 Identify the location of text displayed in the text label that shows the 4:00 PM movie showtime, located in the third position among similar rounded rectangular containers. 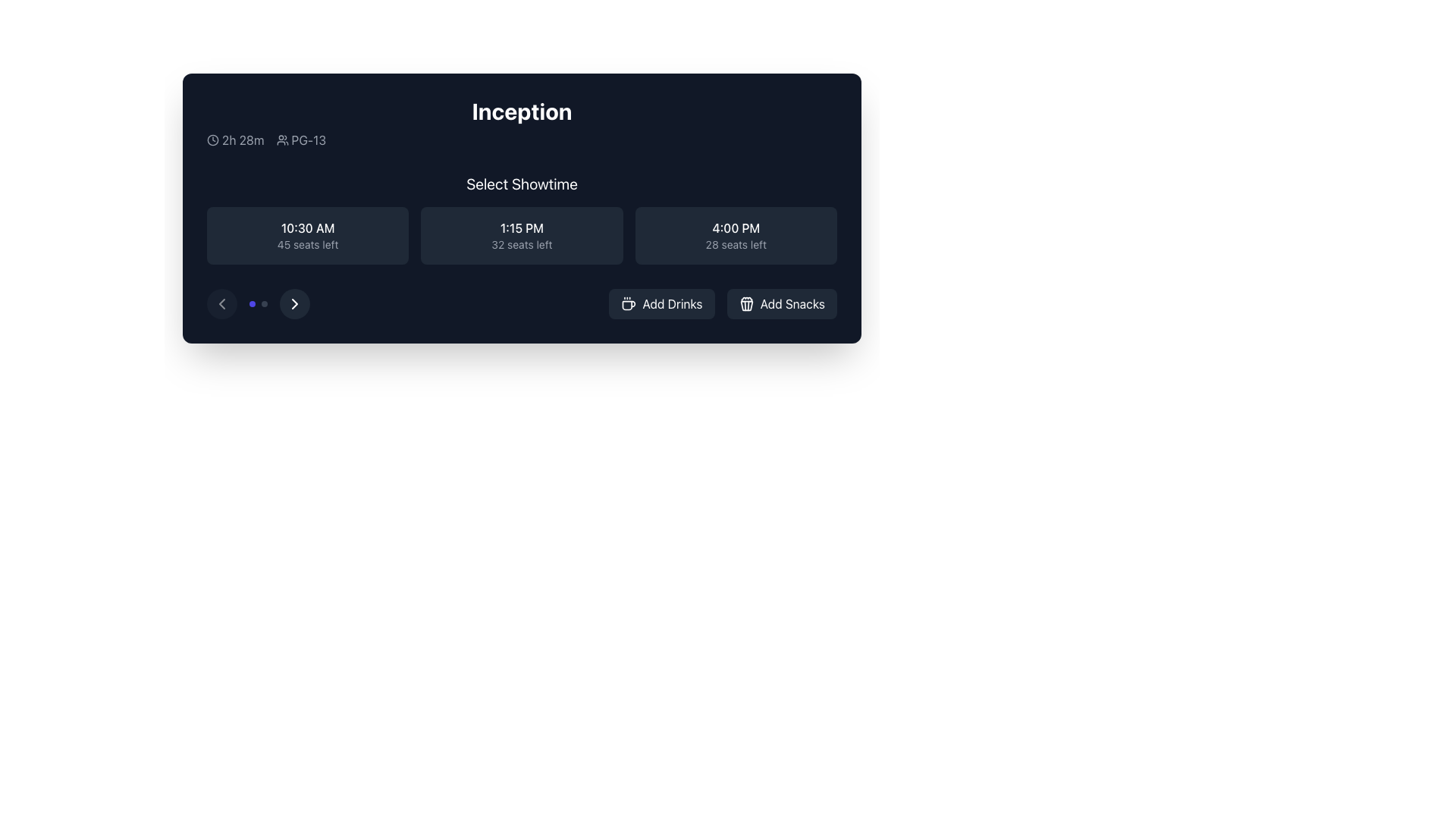
(736, 227).